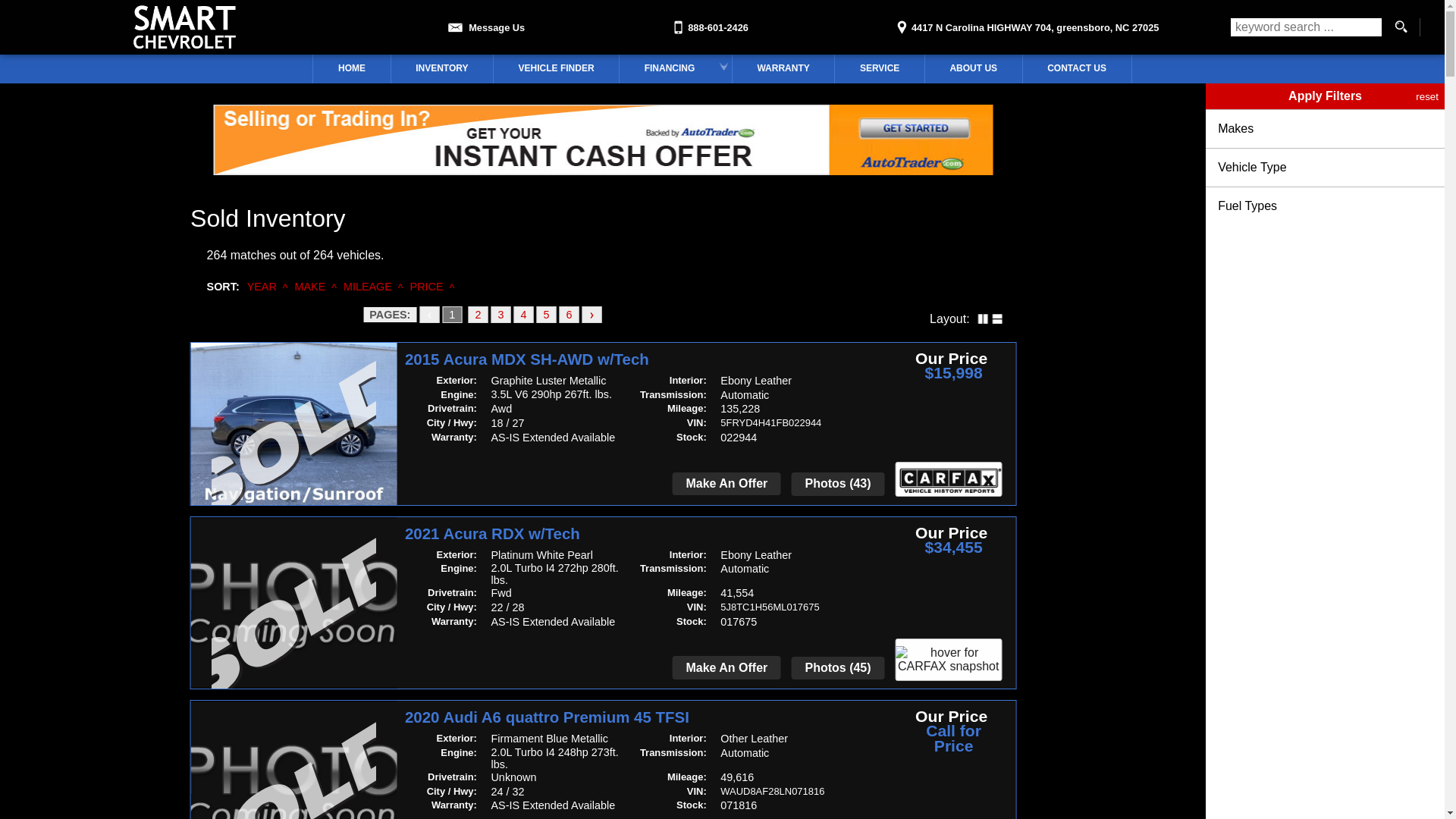 This screenshot has height=819, width=1456. Describe the element at coordinates (184, 27) in the screenshot. I see `'Smart Chevrolet'` at that location.